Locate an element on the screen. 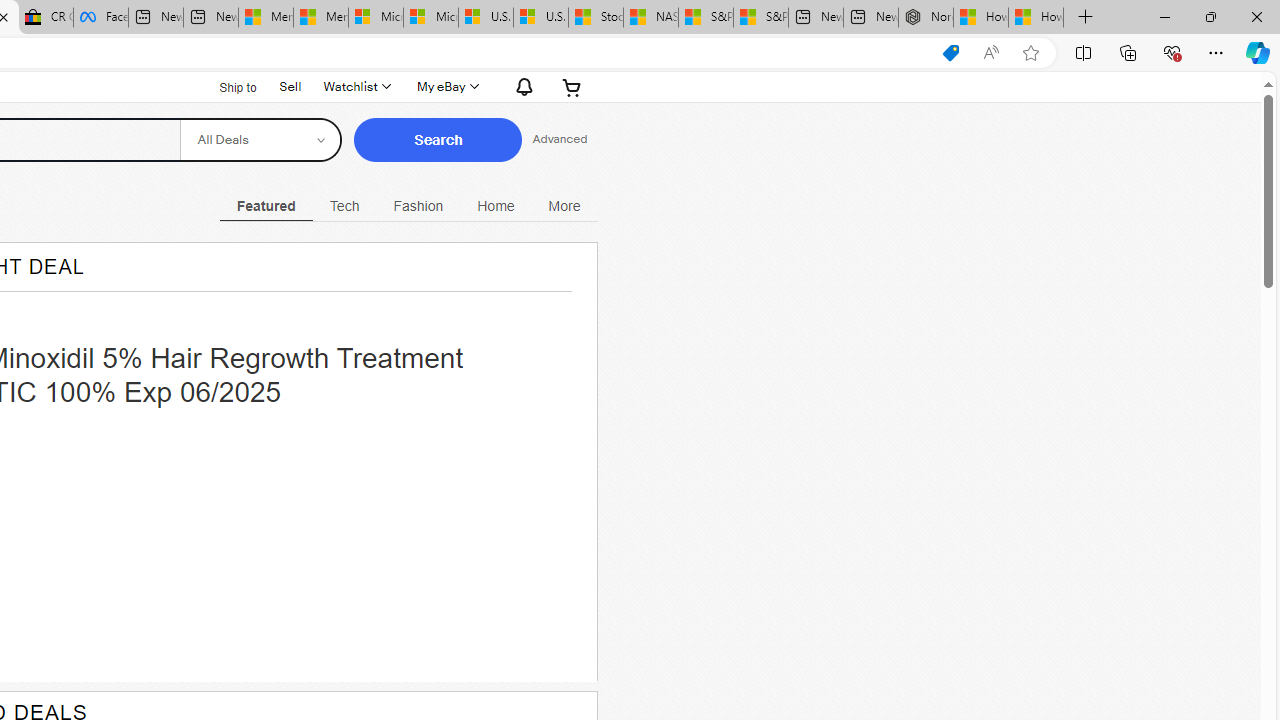  'Class: navigation-desktop-with-flyout selected open-left' is located at coordinates (265, 203).